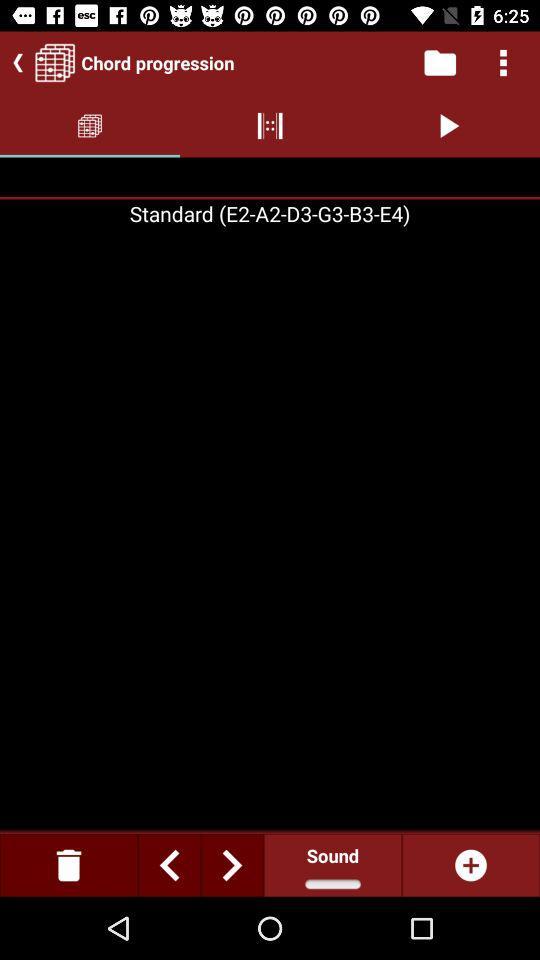 This screenshot has height=960, width=540. Describe the element at coordinates (470, 864) in the screenshot. I see `on` at that location.